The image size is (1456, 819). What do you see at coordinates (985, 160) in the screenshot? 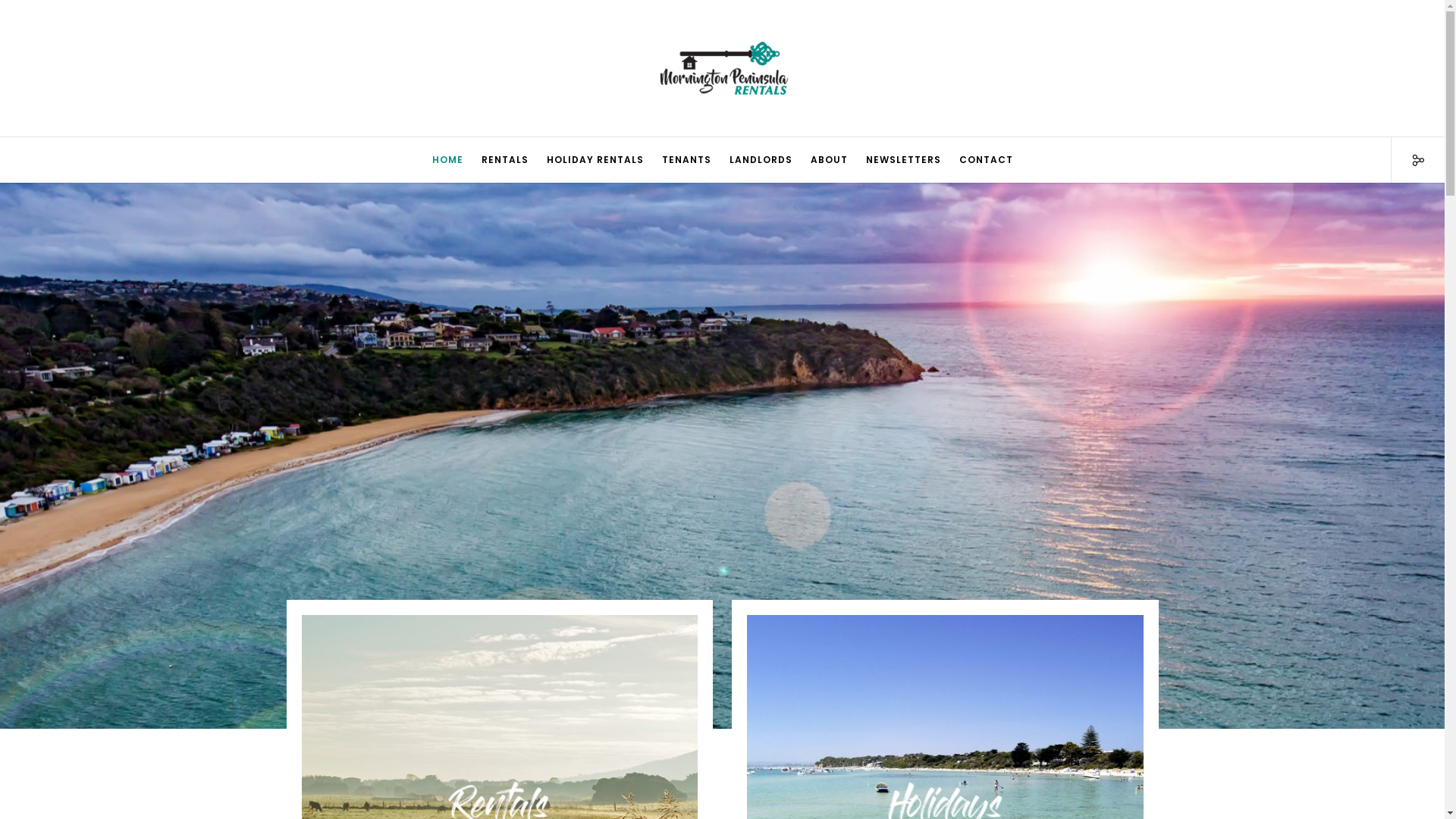
I see `'CONTACT'` at bounding box center [985, 160].